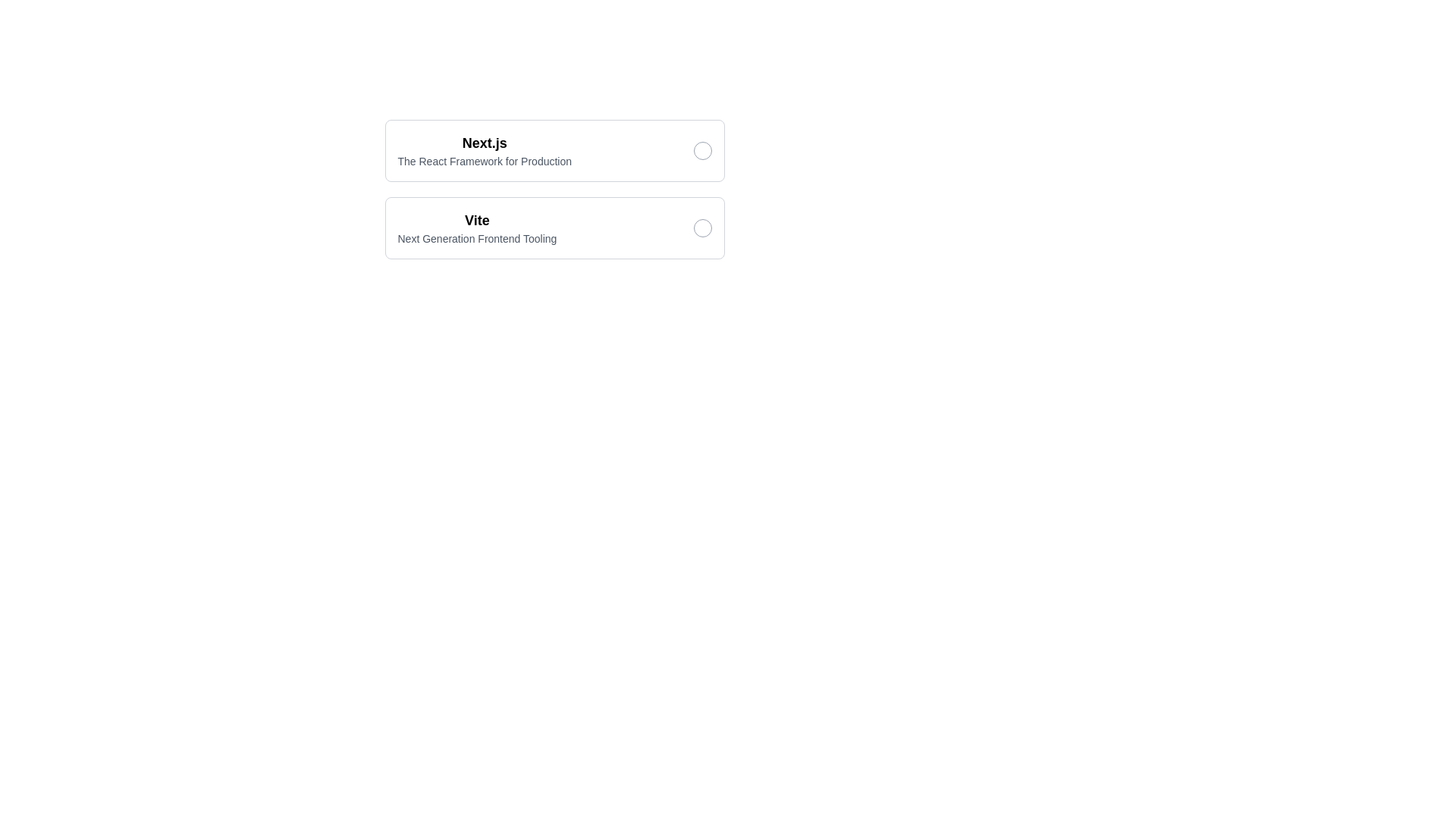 The width and height of the screenshot is (1456, 819). I want to click on the text block displaying 'Vite' and its subtitle 'Next Generation Frontend Tooling', which is the second item in a vertical list of two, located below the 'Next.js The React Framework for Production' text, so click(476, 227).